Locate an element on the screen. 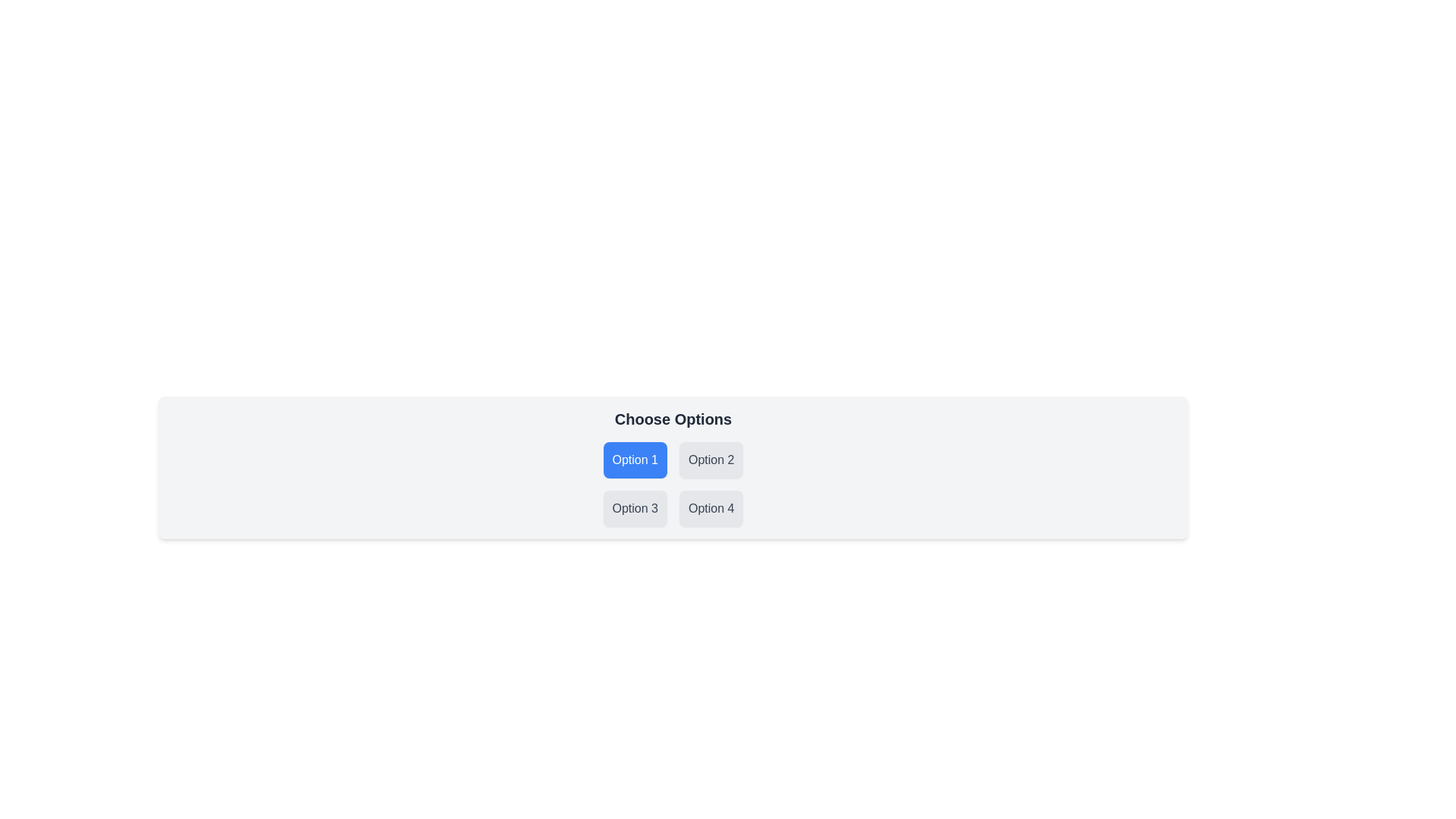 This screenshot has height=819, width=1456. the 'Option 2' button, which is a rectangular button with rounded corners and gray text on a light gray background, located in the top-right of a 2x2 grid layout is located at coordinates (711, 459).